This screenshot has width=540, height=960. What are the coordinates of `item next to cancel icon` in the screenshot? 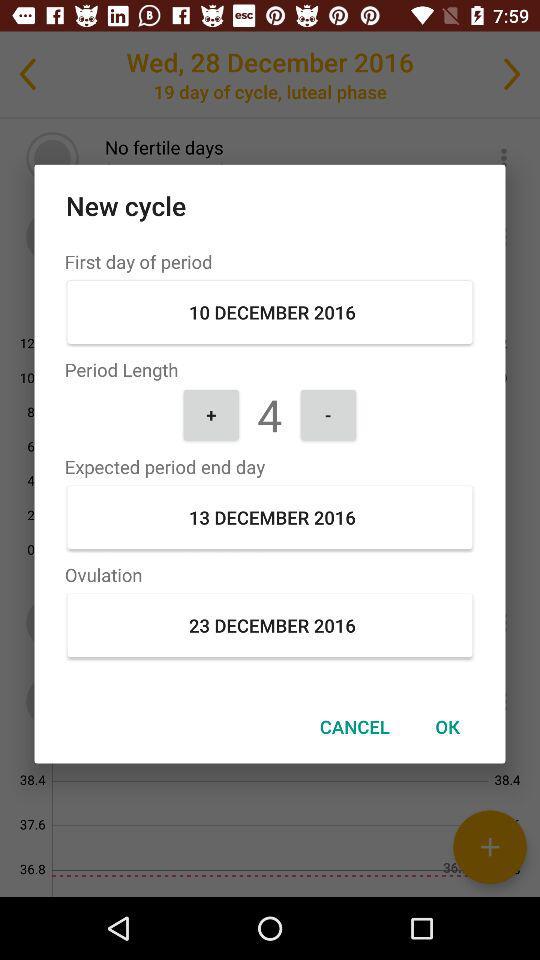 It's located at (447, 725).